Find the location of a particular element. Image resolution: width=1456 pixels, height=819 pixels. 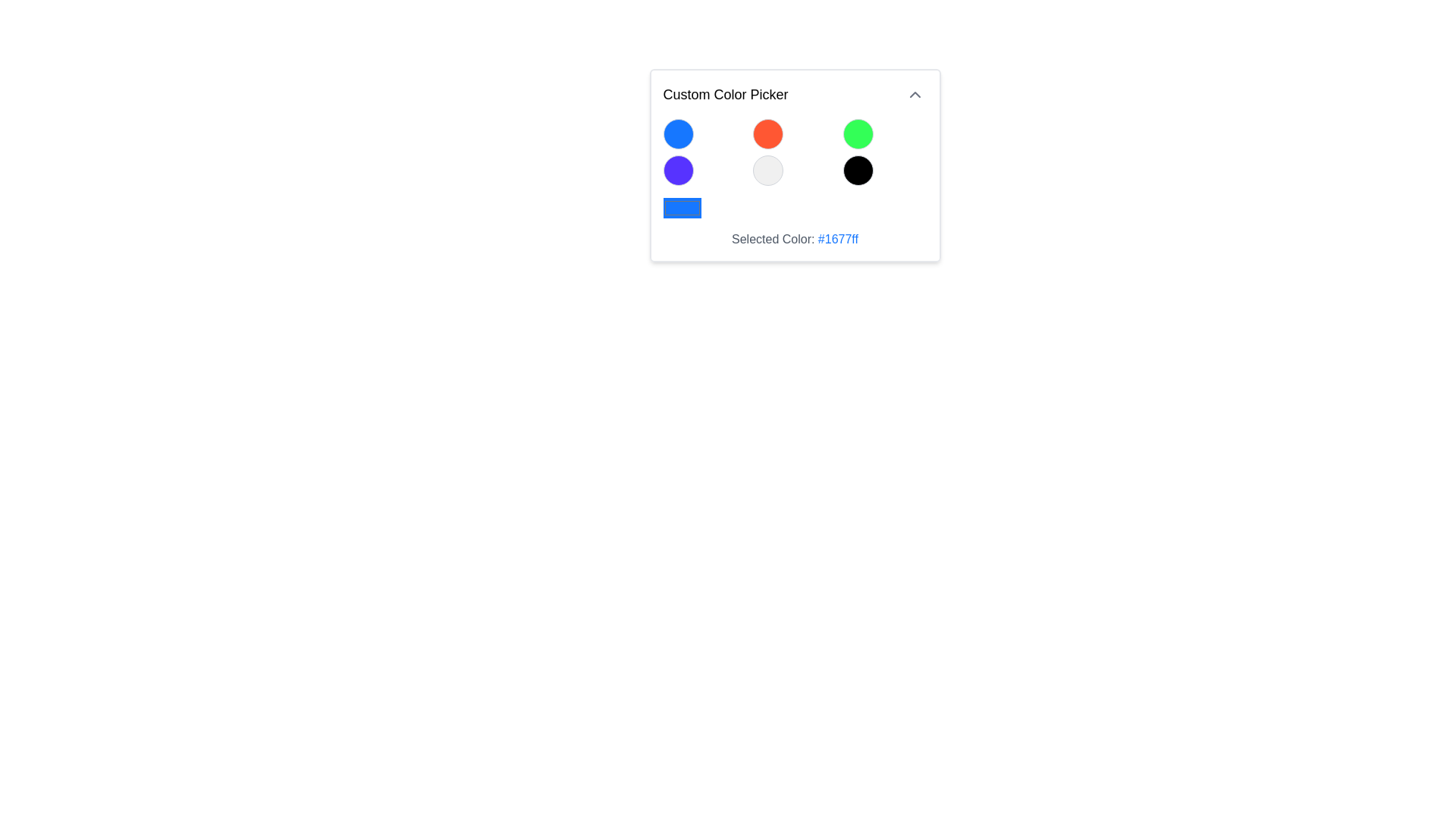

text content displayed in the Text Display element located at the bottom of the color selection area is located at coordinates (794, 239).